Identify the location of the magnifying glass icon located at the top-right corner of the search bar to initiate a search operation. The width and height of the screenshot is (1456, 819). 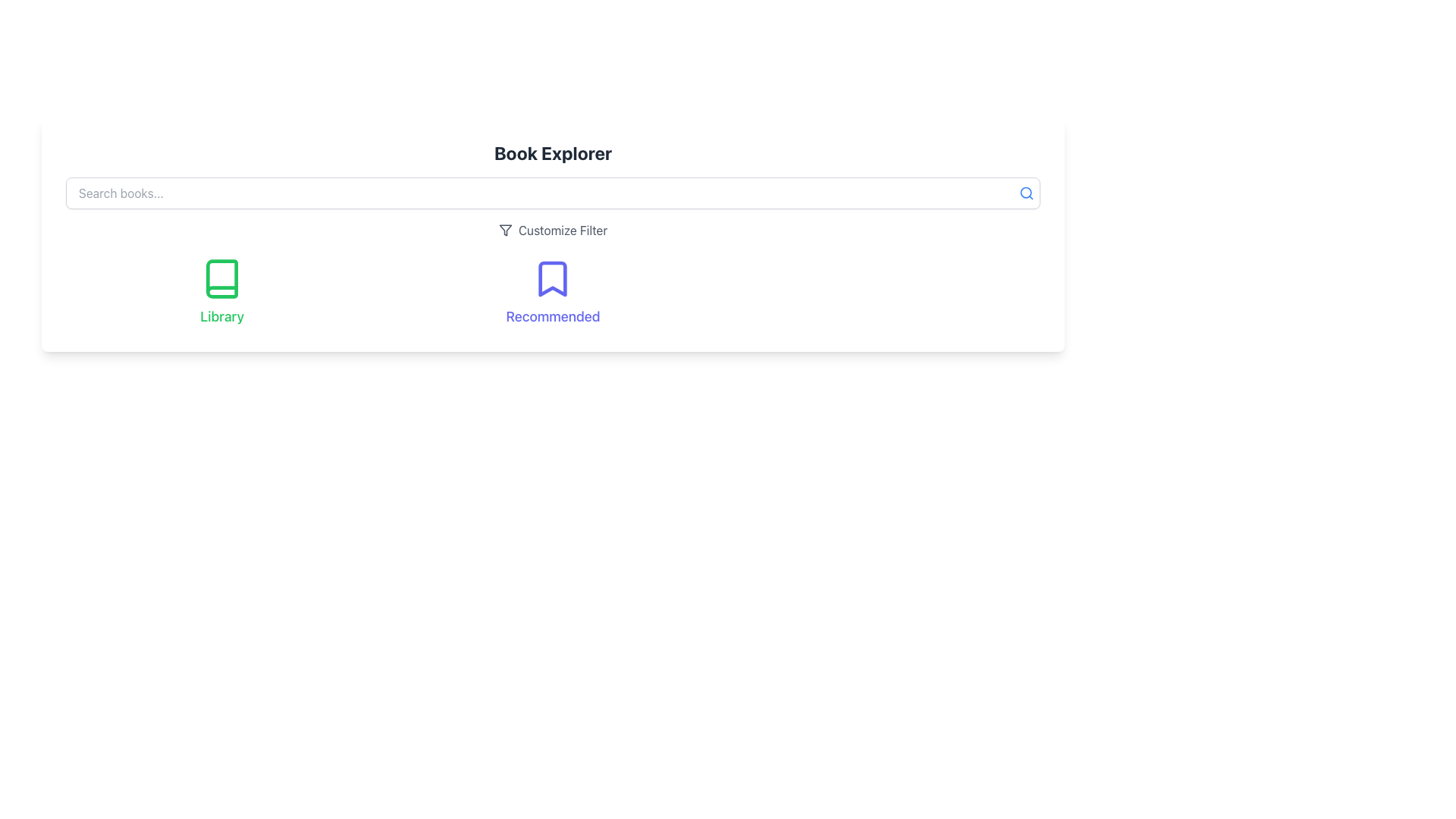
(1026, 192).